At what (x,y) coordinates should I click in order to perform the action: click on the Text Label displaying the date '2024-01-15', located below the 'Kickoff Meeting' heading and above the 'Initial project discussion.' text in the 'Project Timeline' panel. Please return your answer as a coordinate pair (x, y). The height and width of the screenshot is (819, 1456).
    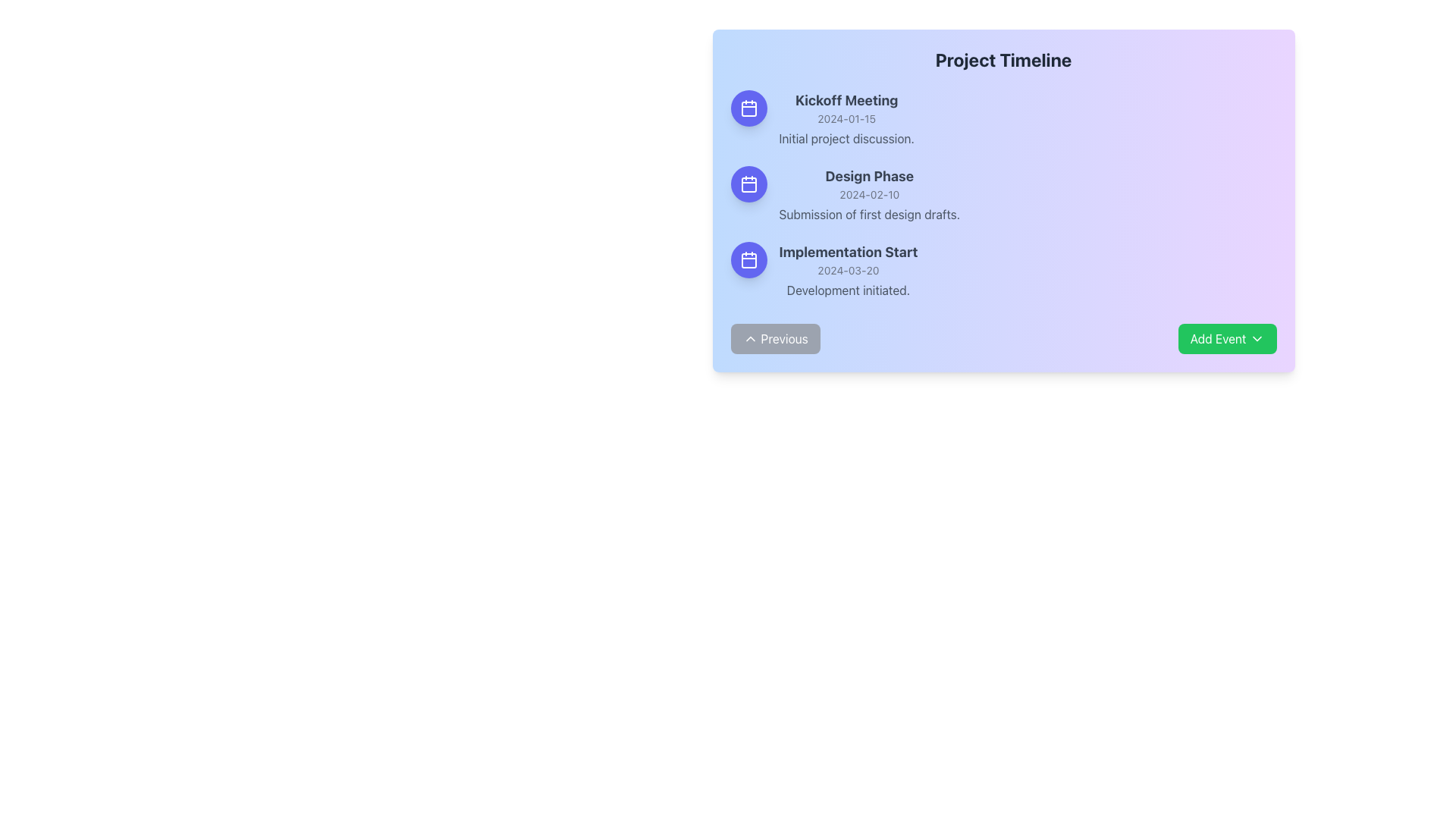
    Looking at the image, I should click on (846, 118).